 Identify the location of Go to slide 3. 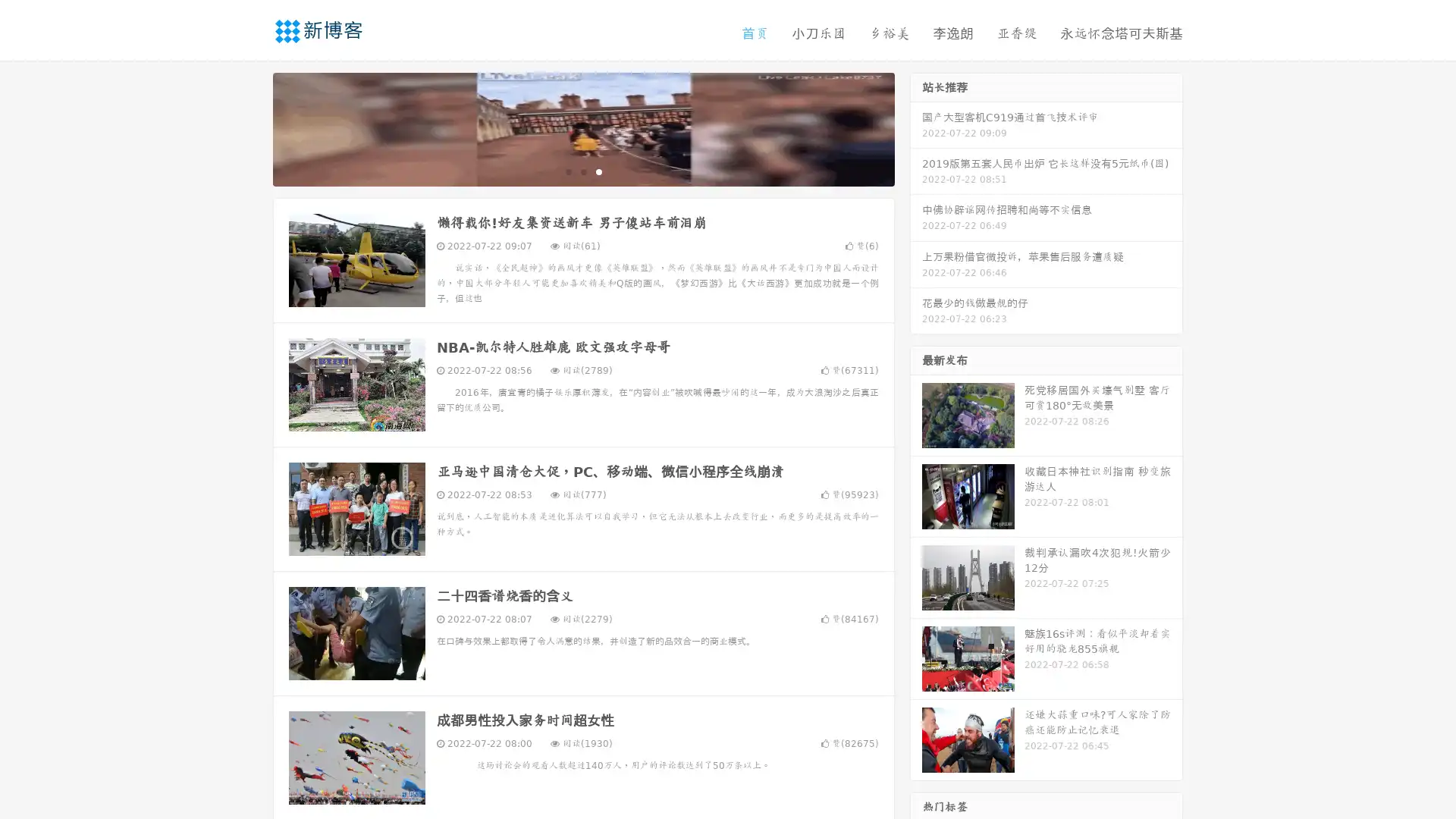
(598, 171).